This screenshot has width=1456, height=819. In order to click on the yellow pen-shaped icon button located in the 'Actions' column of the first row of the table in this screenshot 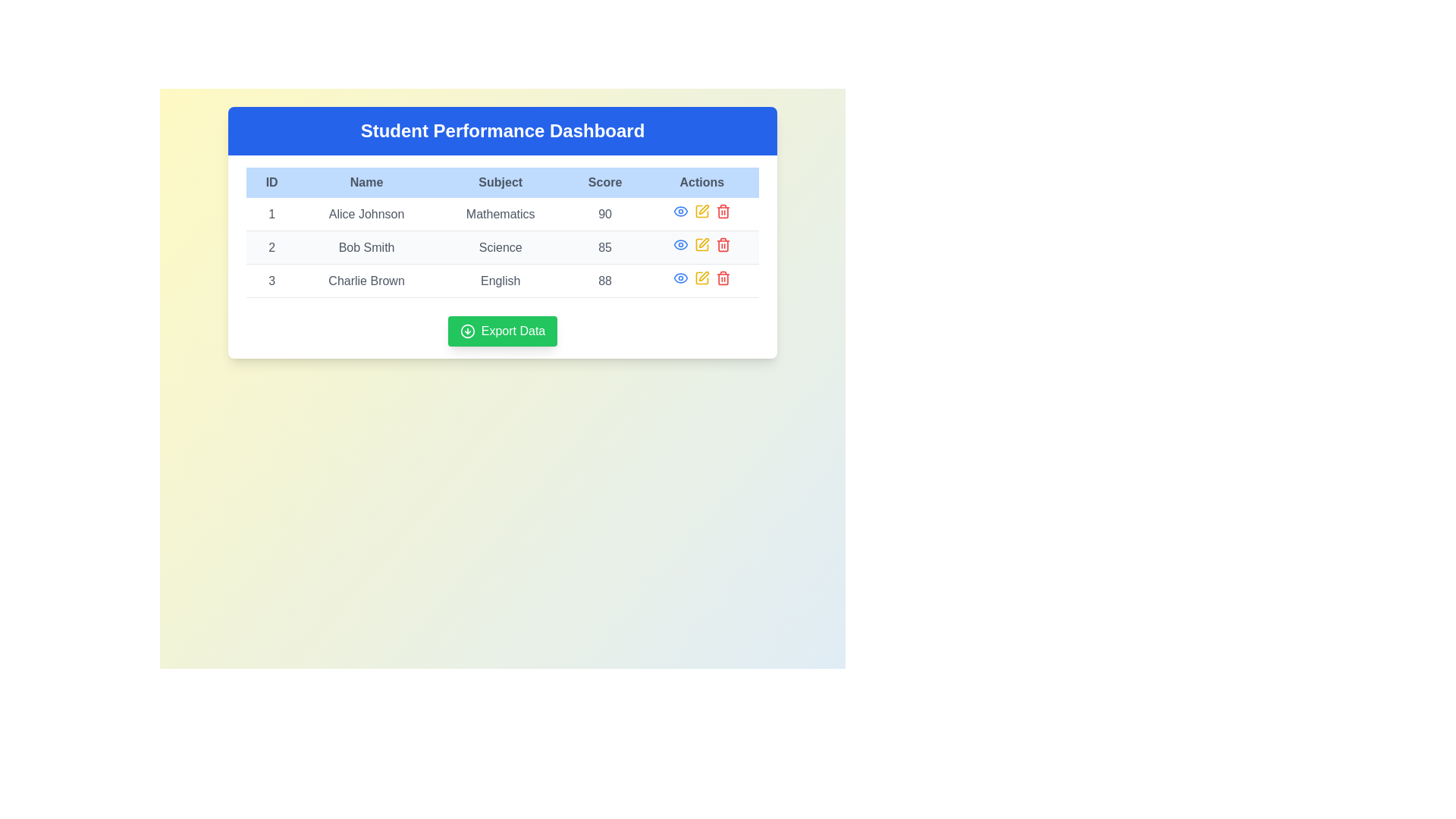, I will do `click(703, 209)`.